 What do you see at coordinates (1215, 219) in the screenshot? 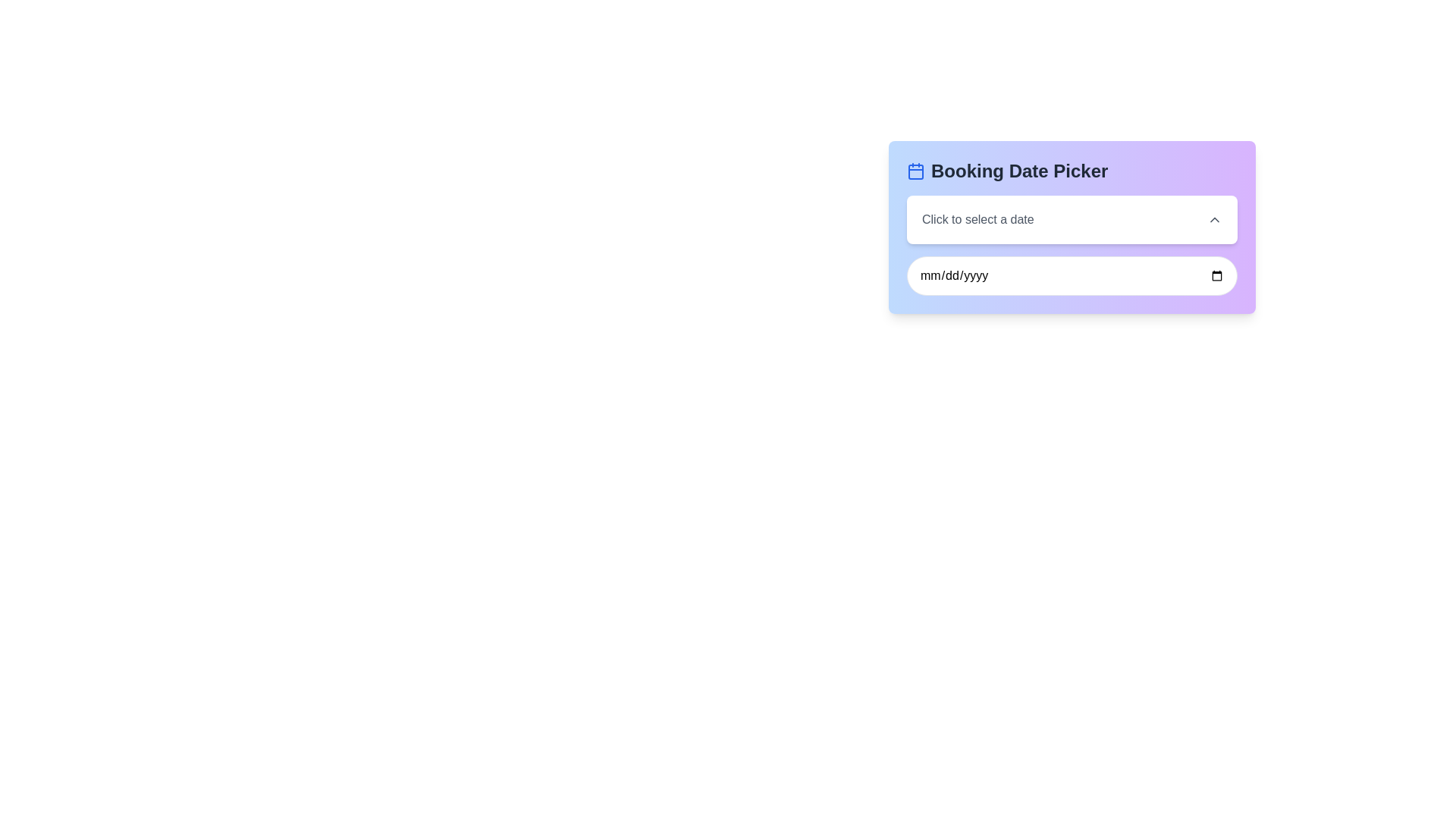
I see `the upward-pointing chevron icon located on the right side of the 'Click` at bounding box center [1215, 219].